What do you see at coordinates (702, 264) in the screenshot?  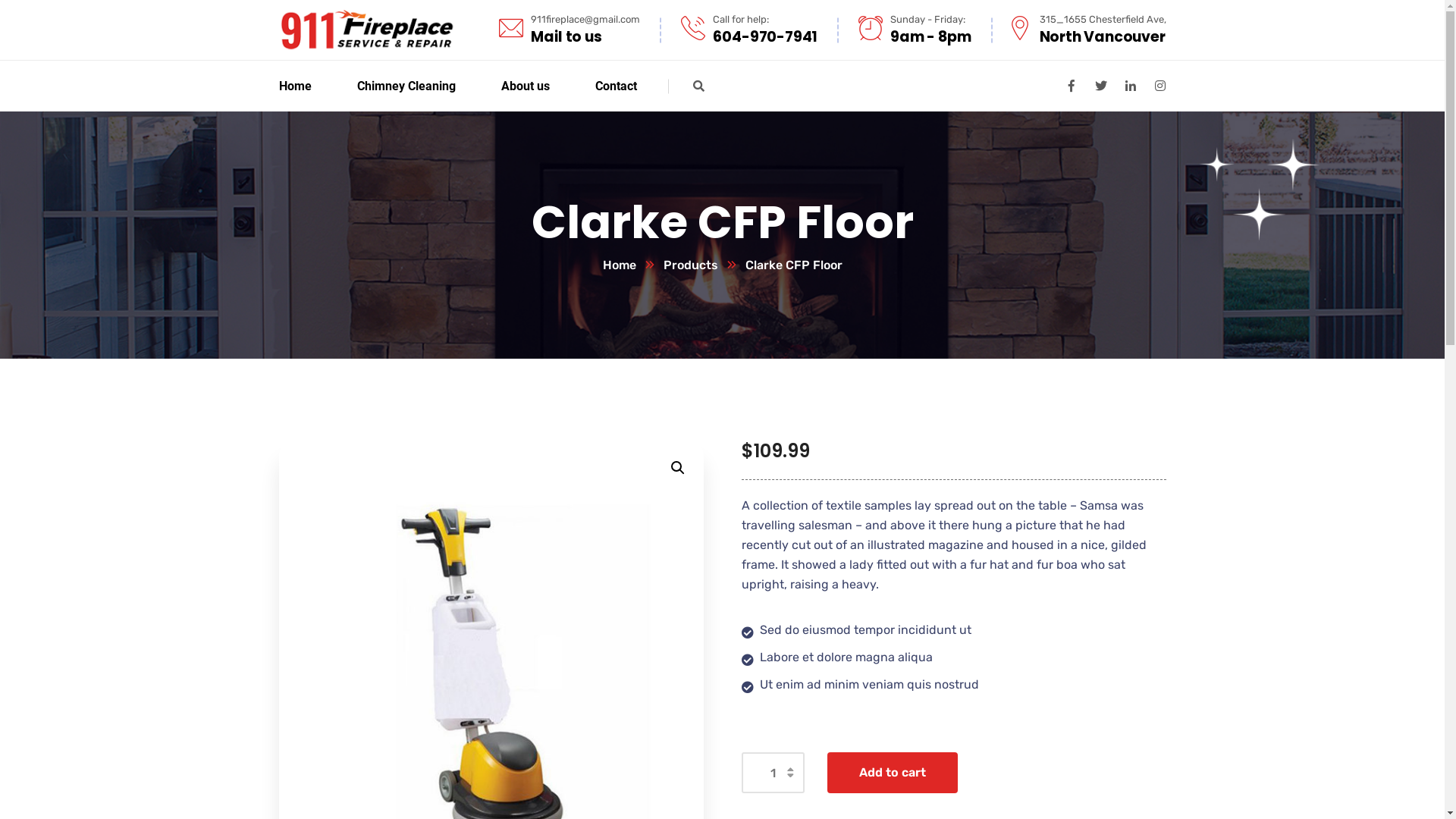 I see `'Products'` at bounding box center [702, 264].